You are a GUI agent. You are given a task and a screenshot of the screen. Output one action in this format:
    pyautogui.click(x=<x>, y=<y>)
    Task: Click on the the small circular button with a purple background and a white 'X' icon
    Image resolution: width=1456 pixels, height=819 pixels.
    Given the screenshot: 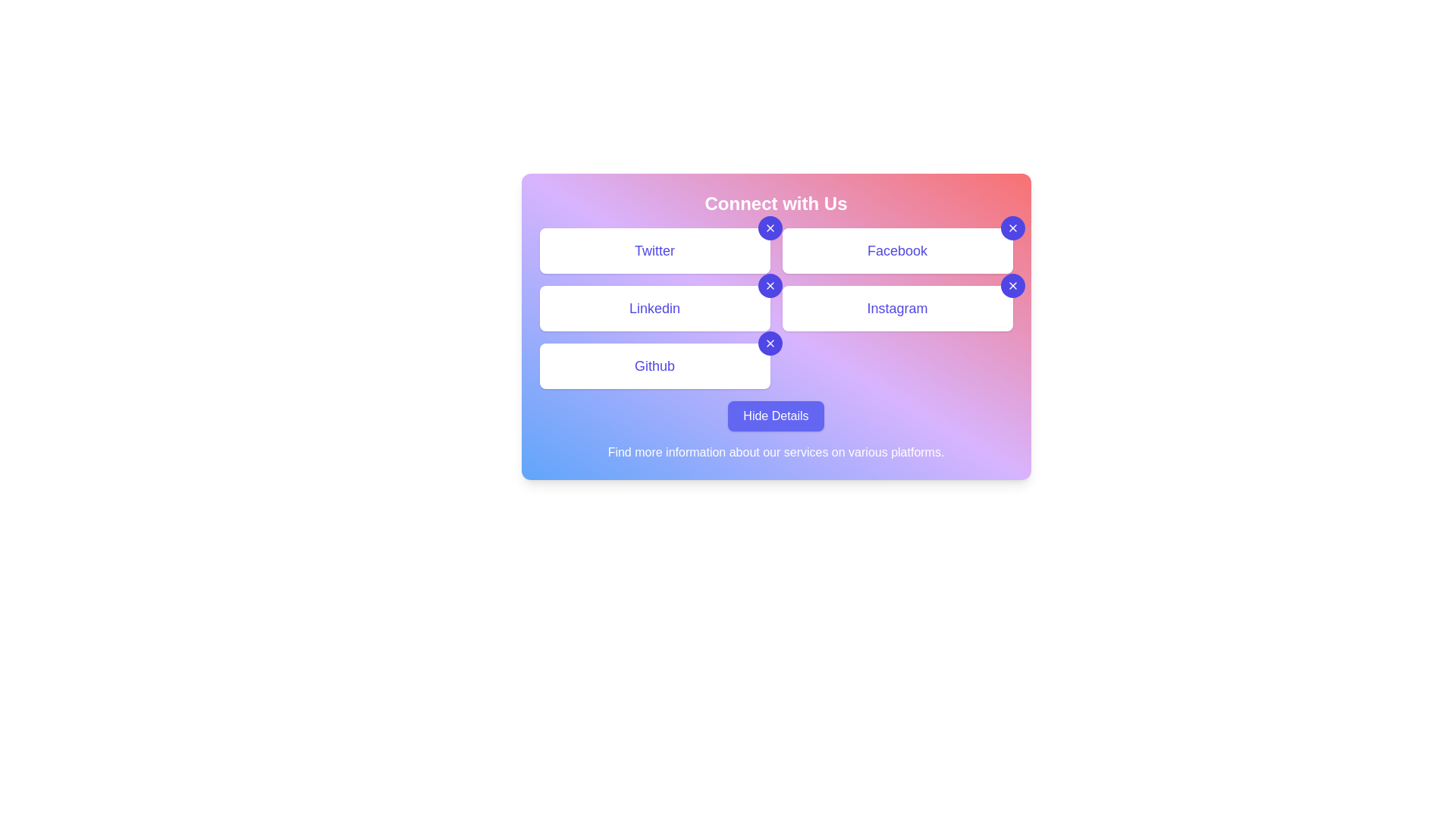 What is the action you would take?
    pyautogui.click(x=770, y=343)
    